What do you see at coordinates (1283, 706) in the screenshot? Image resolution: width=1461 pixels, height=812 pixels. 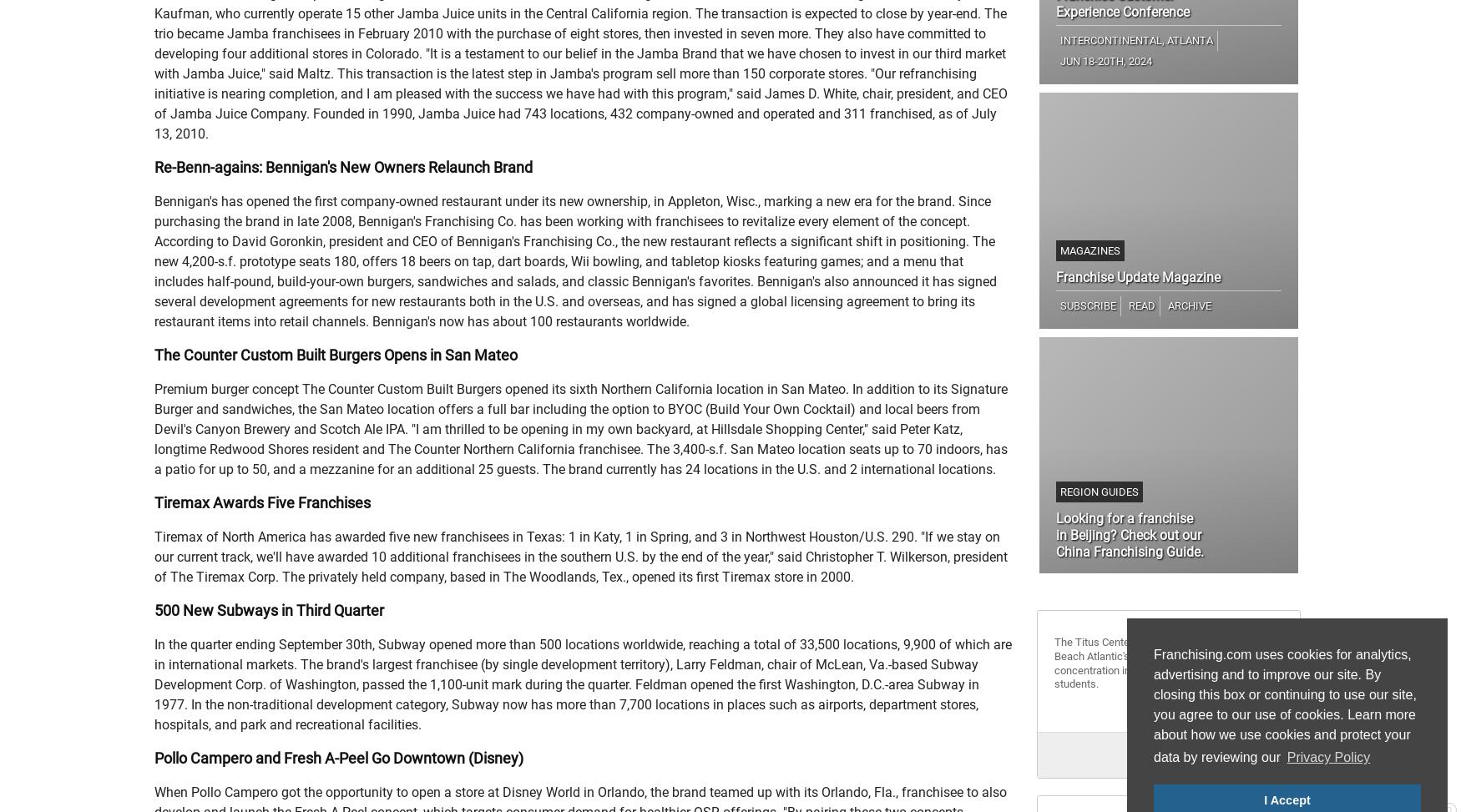 I see `'Franchising.com uses cookies for analytics, advertising and to improve our site. By closing this box or continuing to use our site, you agree to our use of cookies. Learn more about how we use cookies and protect your data by reviewing our'` at bounding box center [1283, 706].